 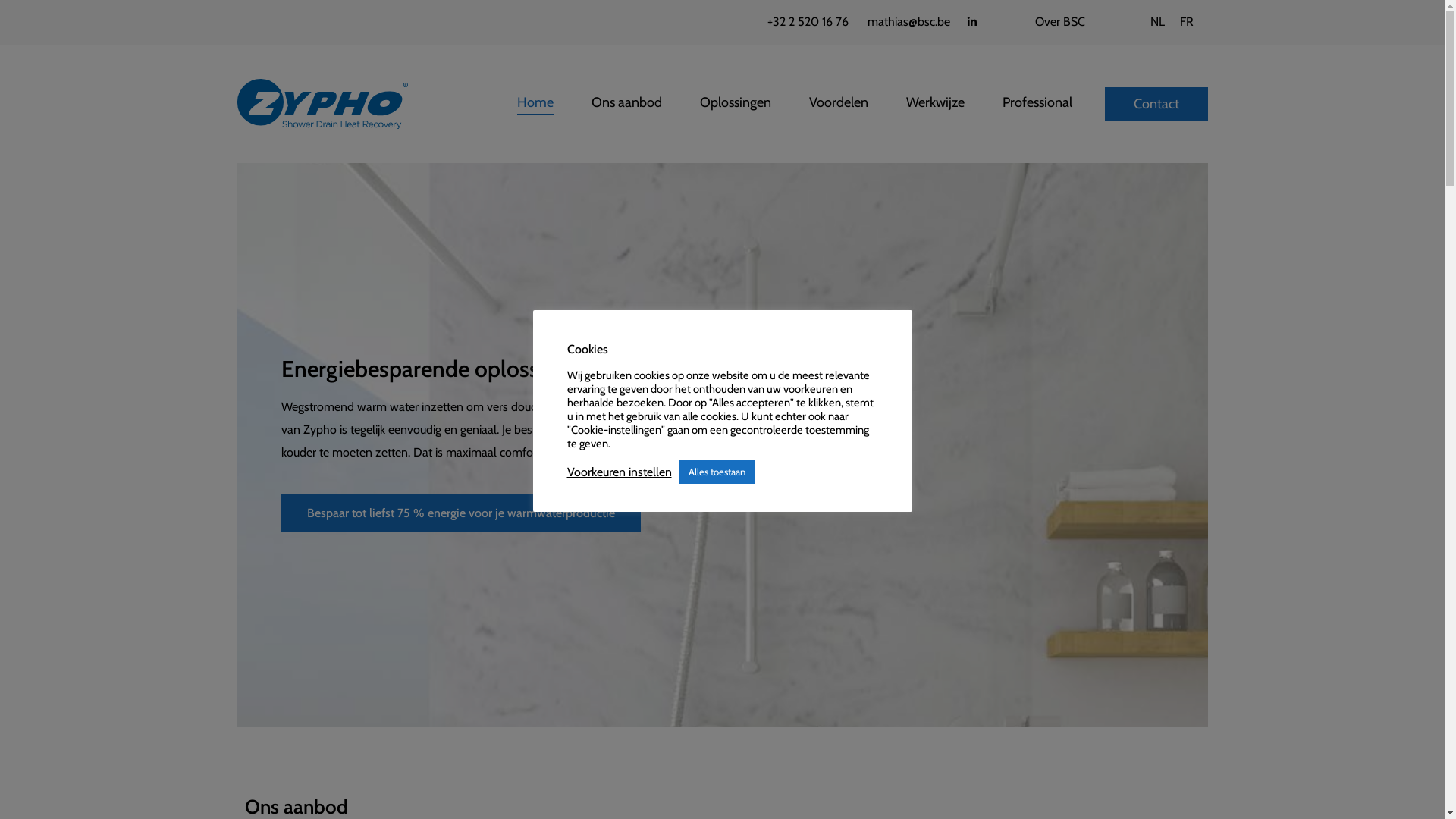 What do you see at coordinates (934, 102) in the screenshot?
I see `'Werkwijze'` at bounding box center [934, 102].